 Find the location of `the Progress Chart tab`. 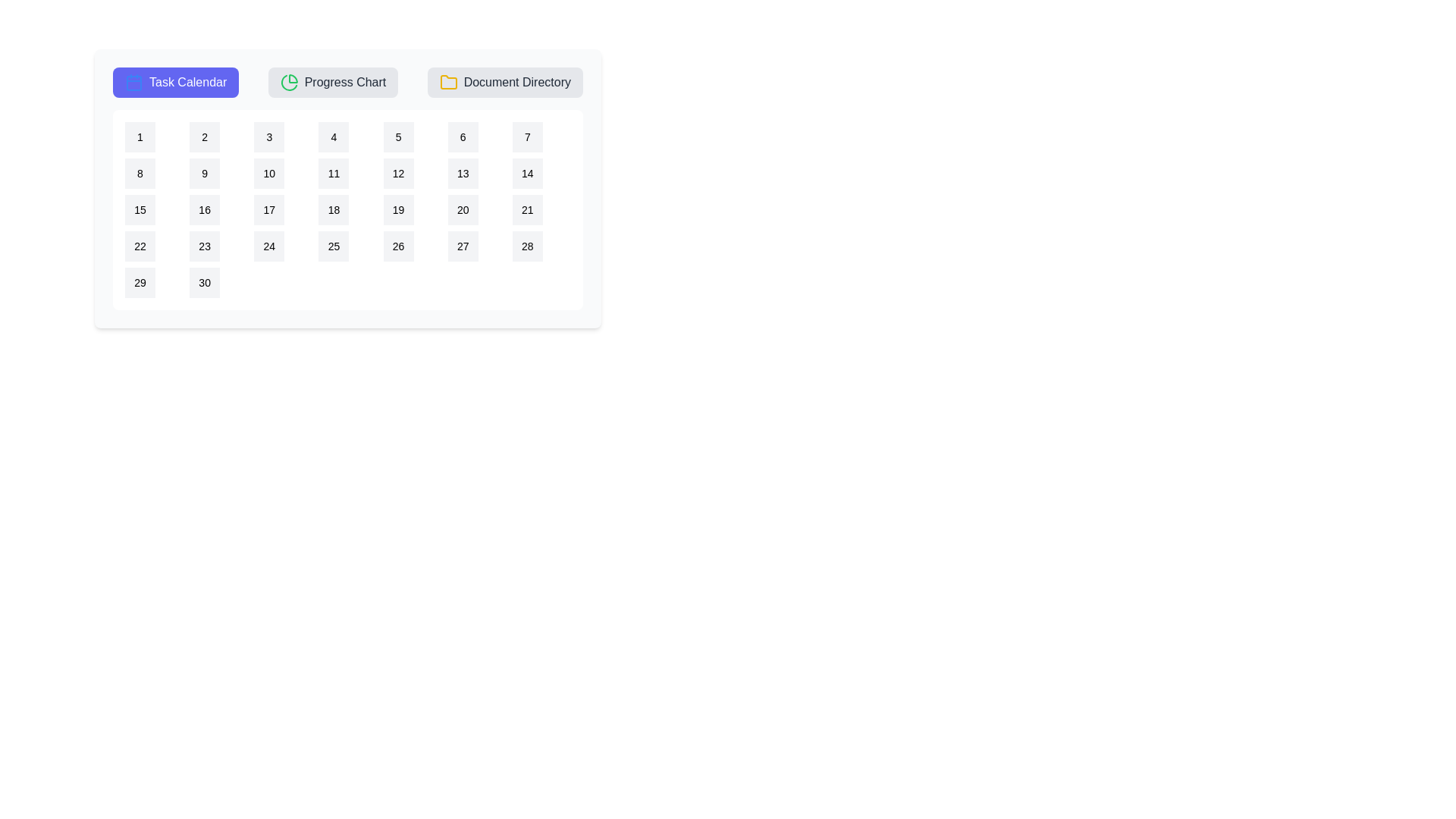

the Progress Chart tab is located at coordinates (331, 82).